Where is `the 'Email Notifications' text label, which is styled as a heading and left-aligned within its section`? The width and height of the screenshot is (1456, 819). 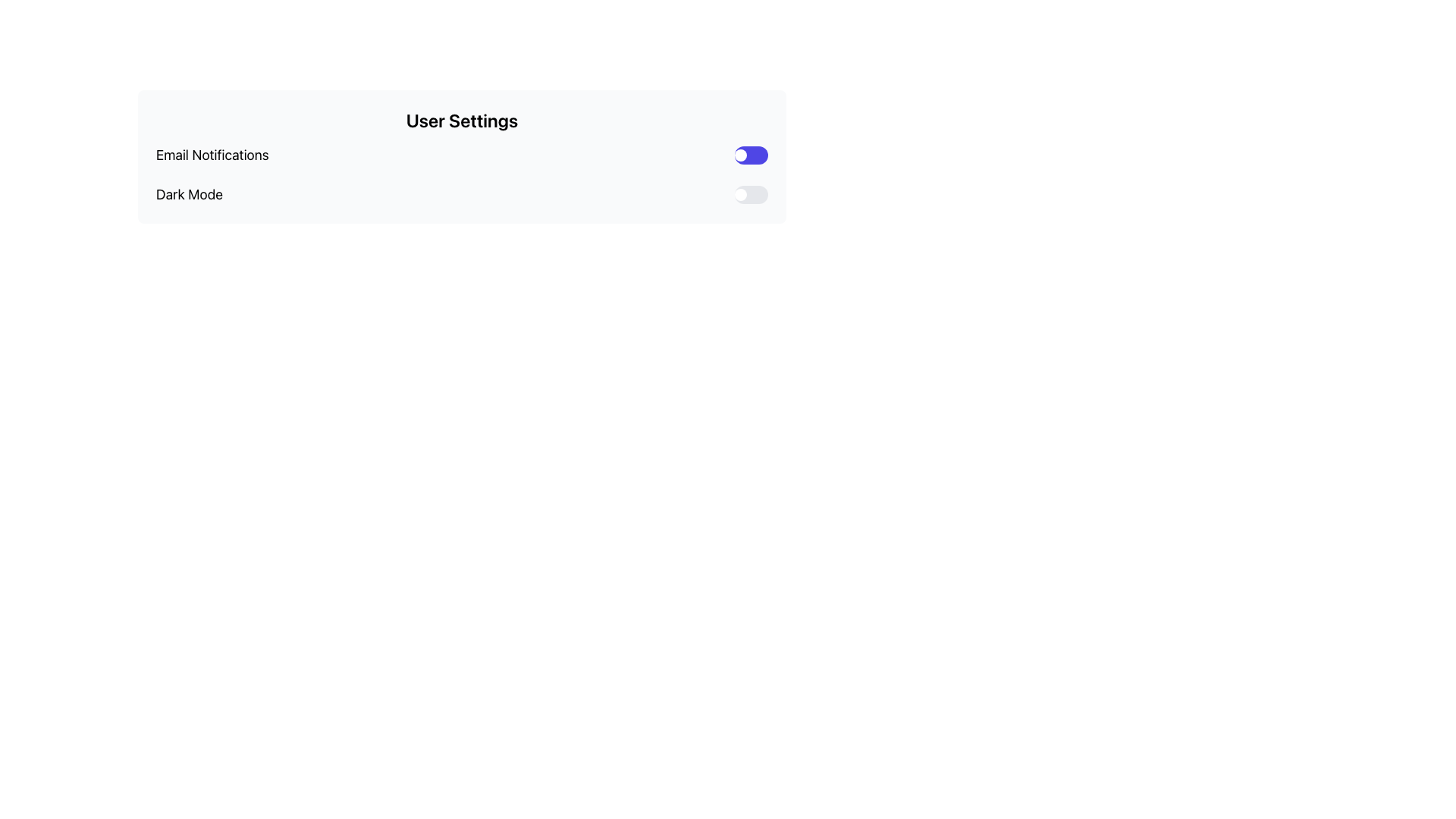 the 'Email Notifications' text label, which is styled as a heading and left-aligned within its section is located at coordinates (212, 155).